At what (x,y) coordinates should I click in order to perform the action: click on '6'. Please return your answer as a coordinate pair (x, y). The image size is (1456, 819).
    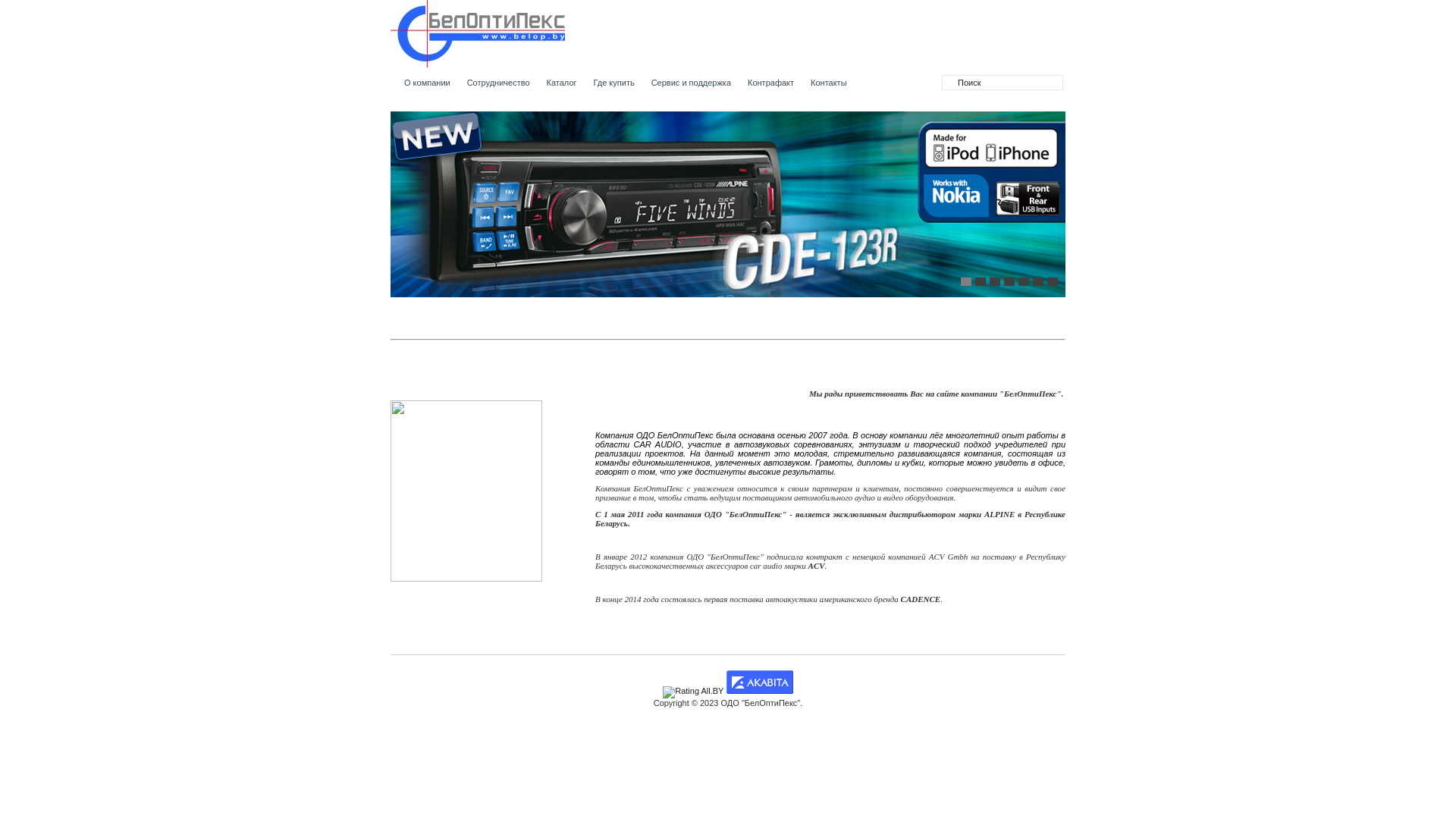
    Looking at the image, I should click on (1037, 281).